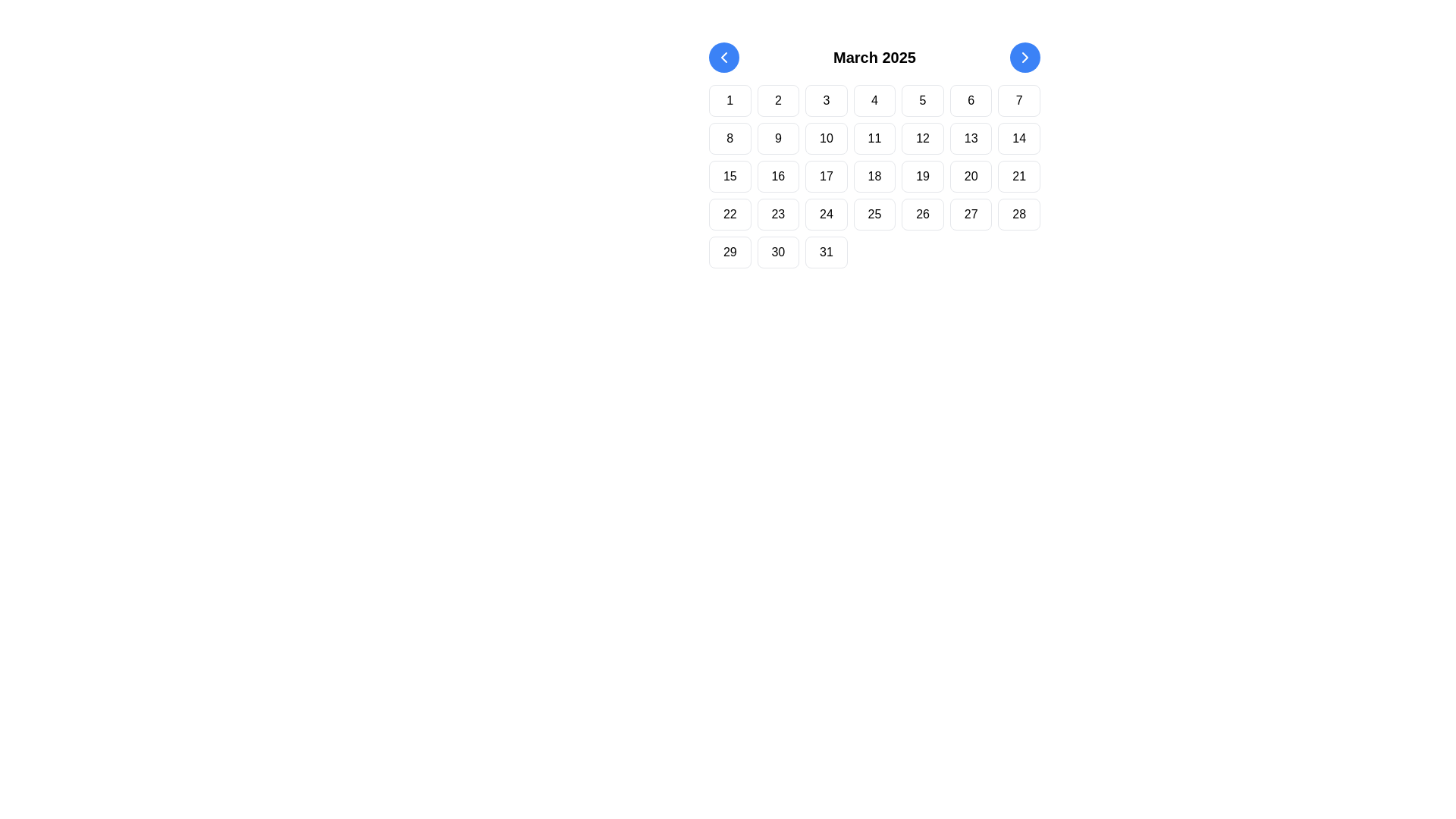 The width and height of the screenshot is (1456, 819). What do you see at coordinates (1019, 100) in the screenshot?
I see `the Calendar date button representing the seventh day in the calendar grid` at bounding box center [1019, 100].